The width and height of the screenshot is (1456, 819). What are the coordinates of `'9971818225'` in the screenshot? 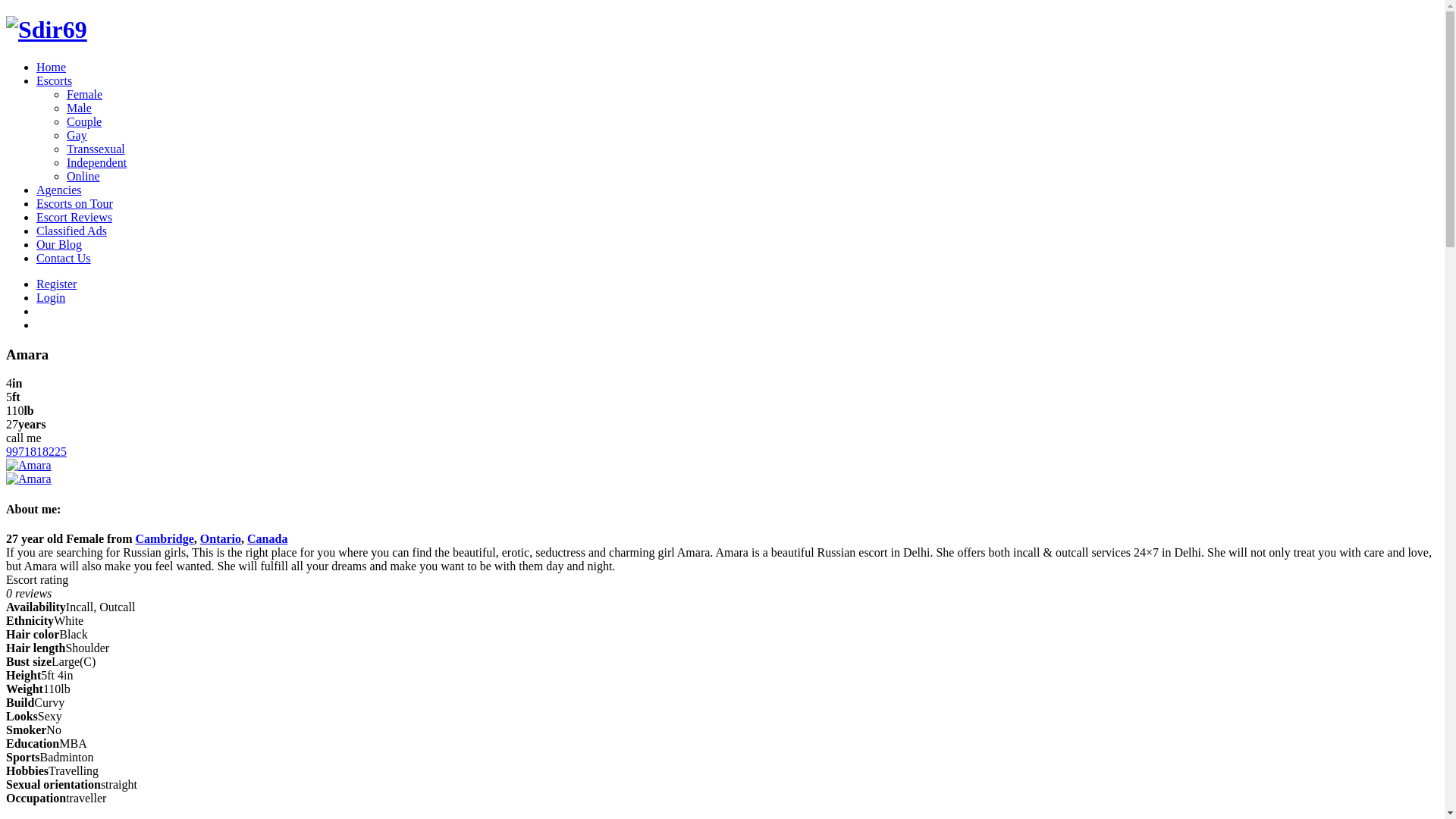 It's located at (36, 450).